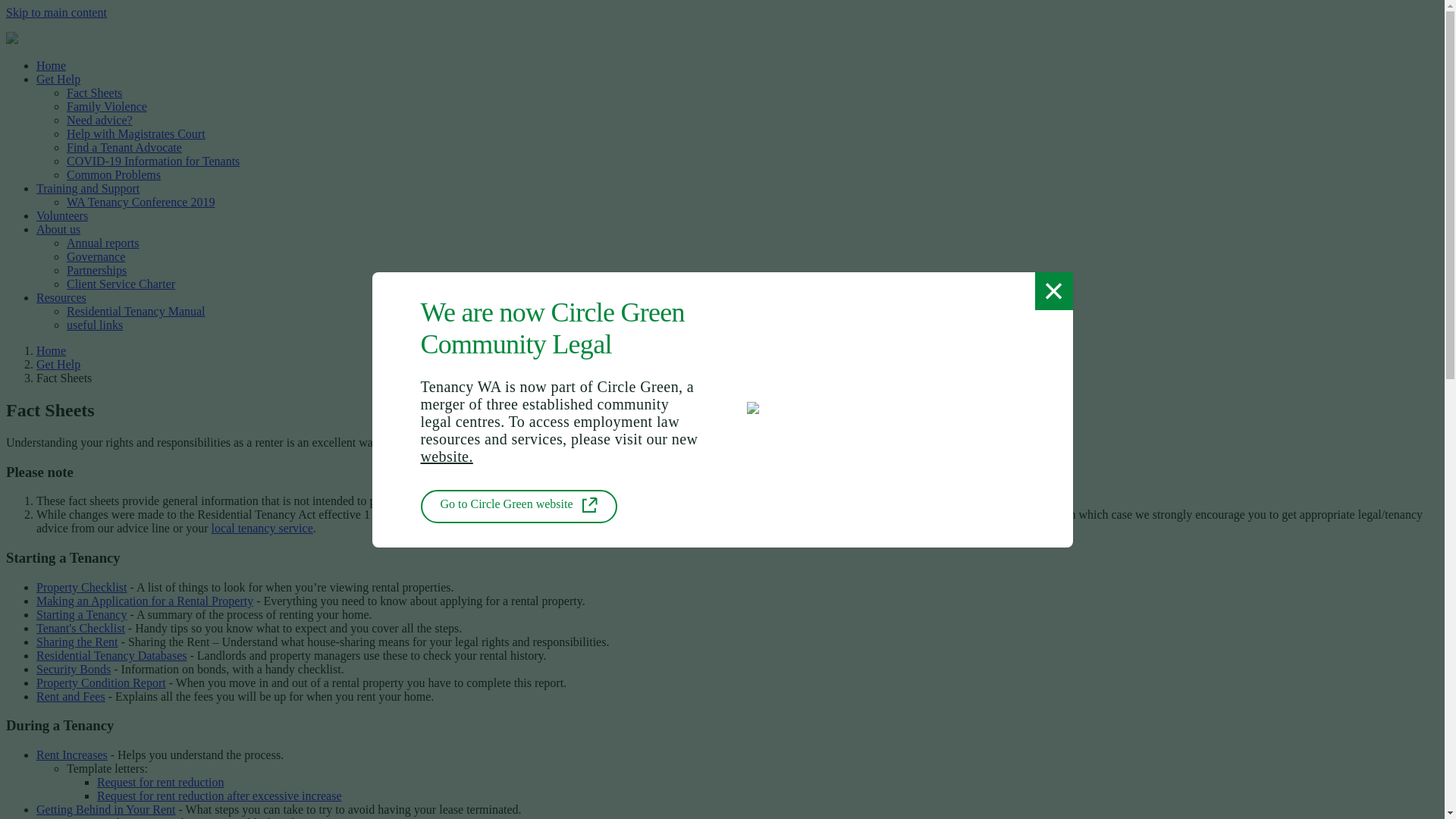  What do you see at coordinates (124, 147) in the screenshot?
I see `'Find a Tenant Advocate'` at bounding box center [124, 147].